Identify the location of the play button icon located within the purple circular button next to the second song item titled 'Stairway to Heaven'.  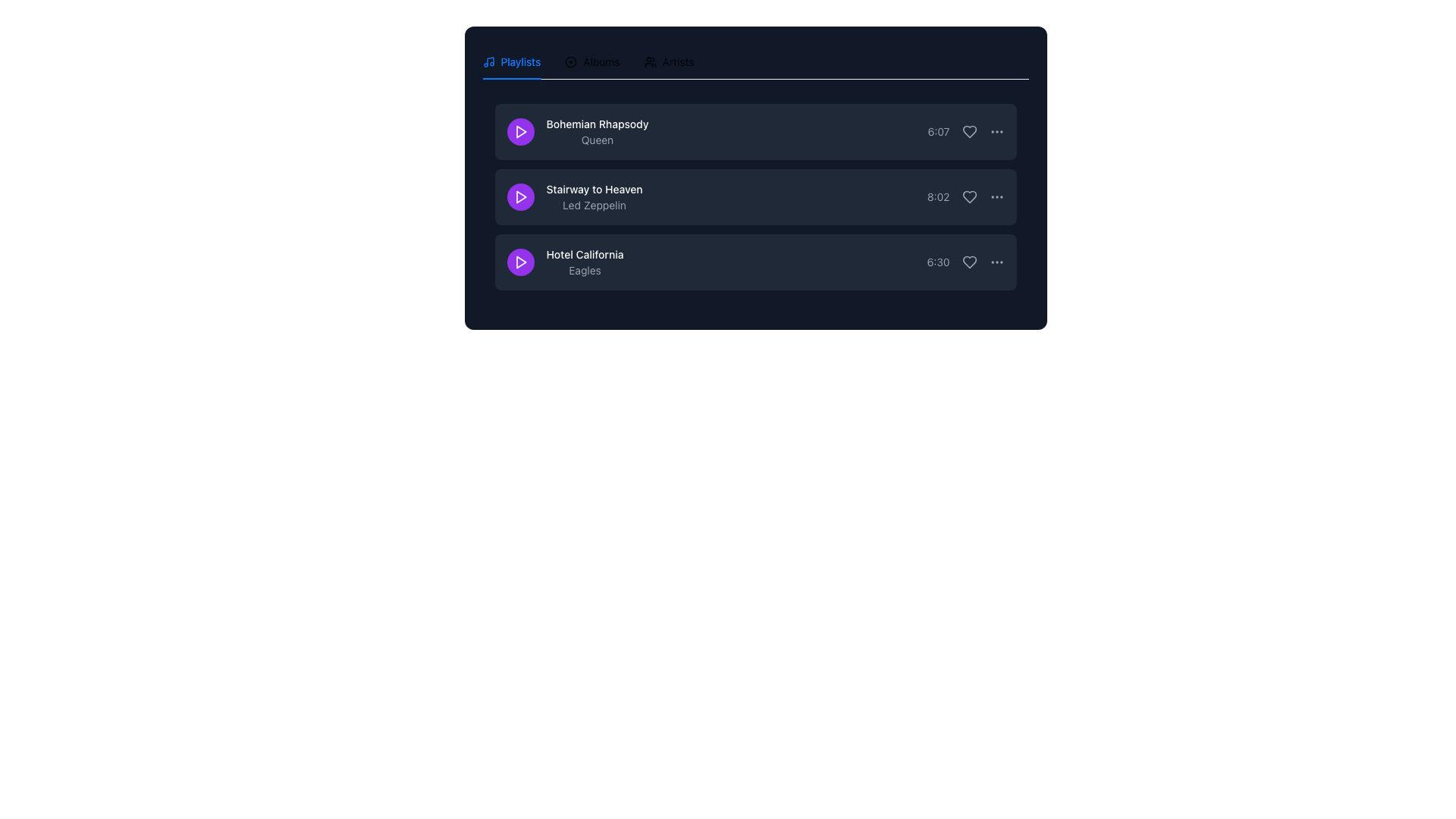
(520, 196).